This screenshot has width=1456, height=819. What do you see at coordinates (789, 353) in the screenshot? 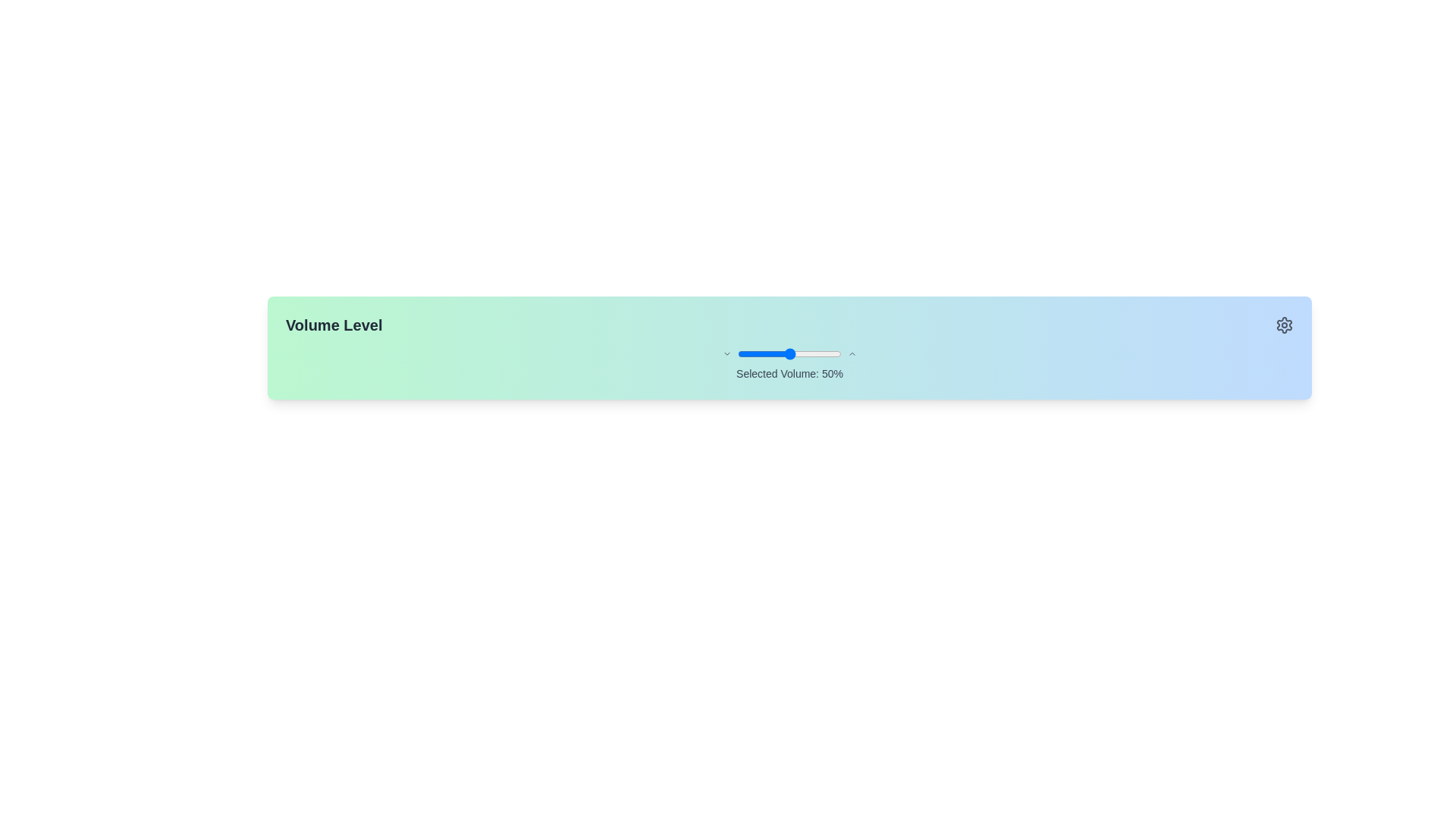
I see `the slider element that allows adjustment of a value between 0 and 100 for focus` at bounding box center [789, 353].